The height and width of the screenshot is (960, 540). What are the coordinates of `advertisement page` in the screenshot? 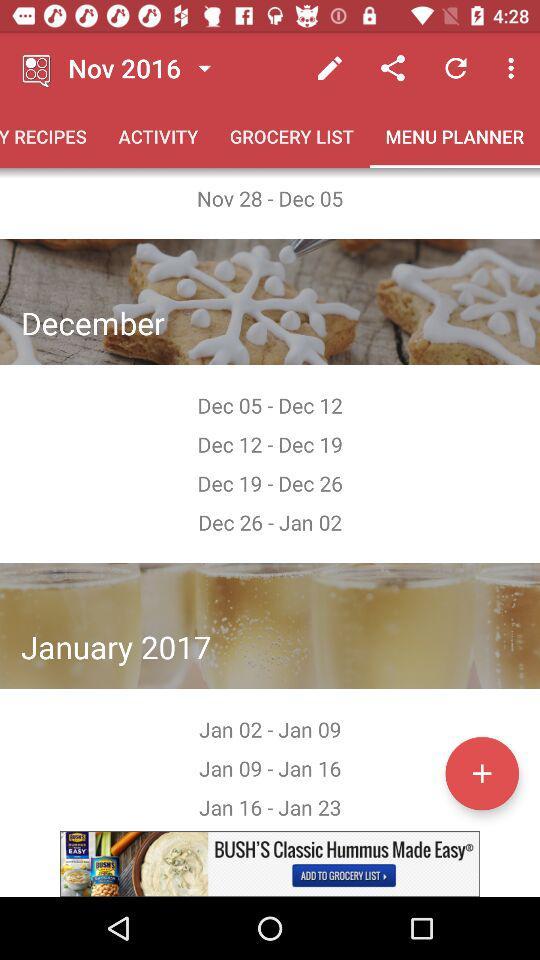 It's located at (270, 863).